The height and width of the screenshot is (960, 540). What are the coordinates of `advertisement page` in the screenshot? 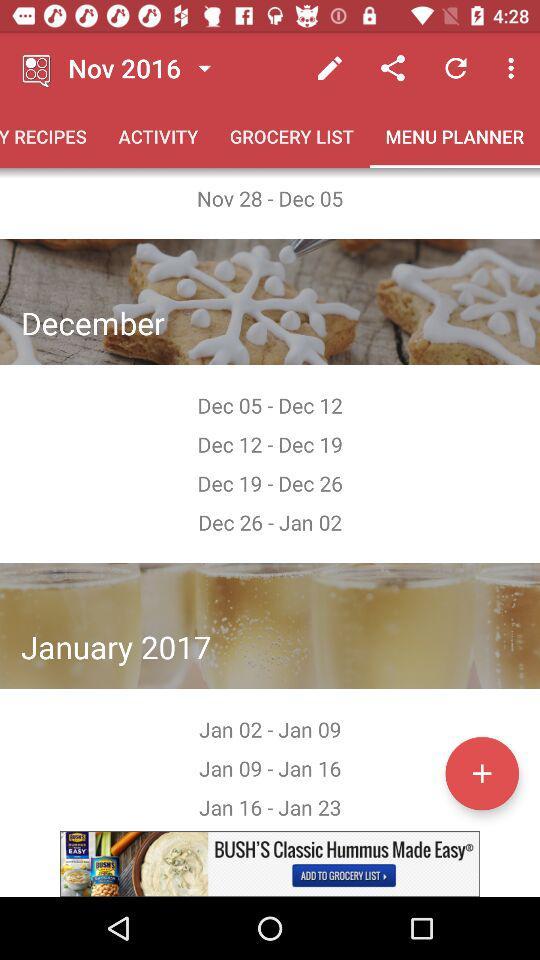 It's located at (270, 863).